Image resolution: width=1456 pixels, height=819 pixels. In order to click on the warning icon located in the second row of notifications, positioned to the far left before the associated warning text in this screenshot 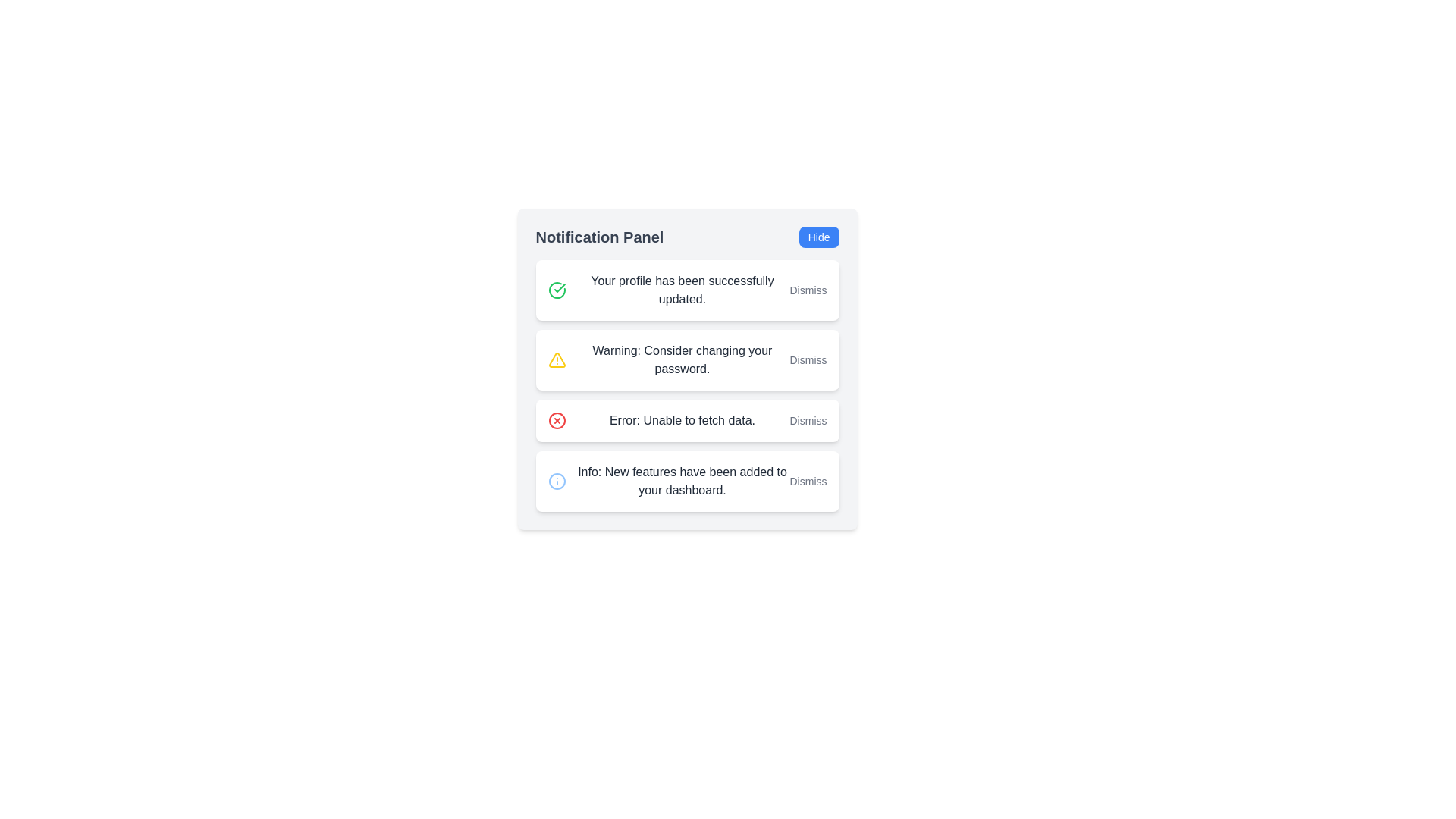, I will do `click(556, 359)`.